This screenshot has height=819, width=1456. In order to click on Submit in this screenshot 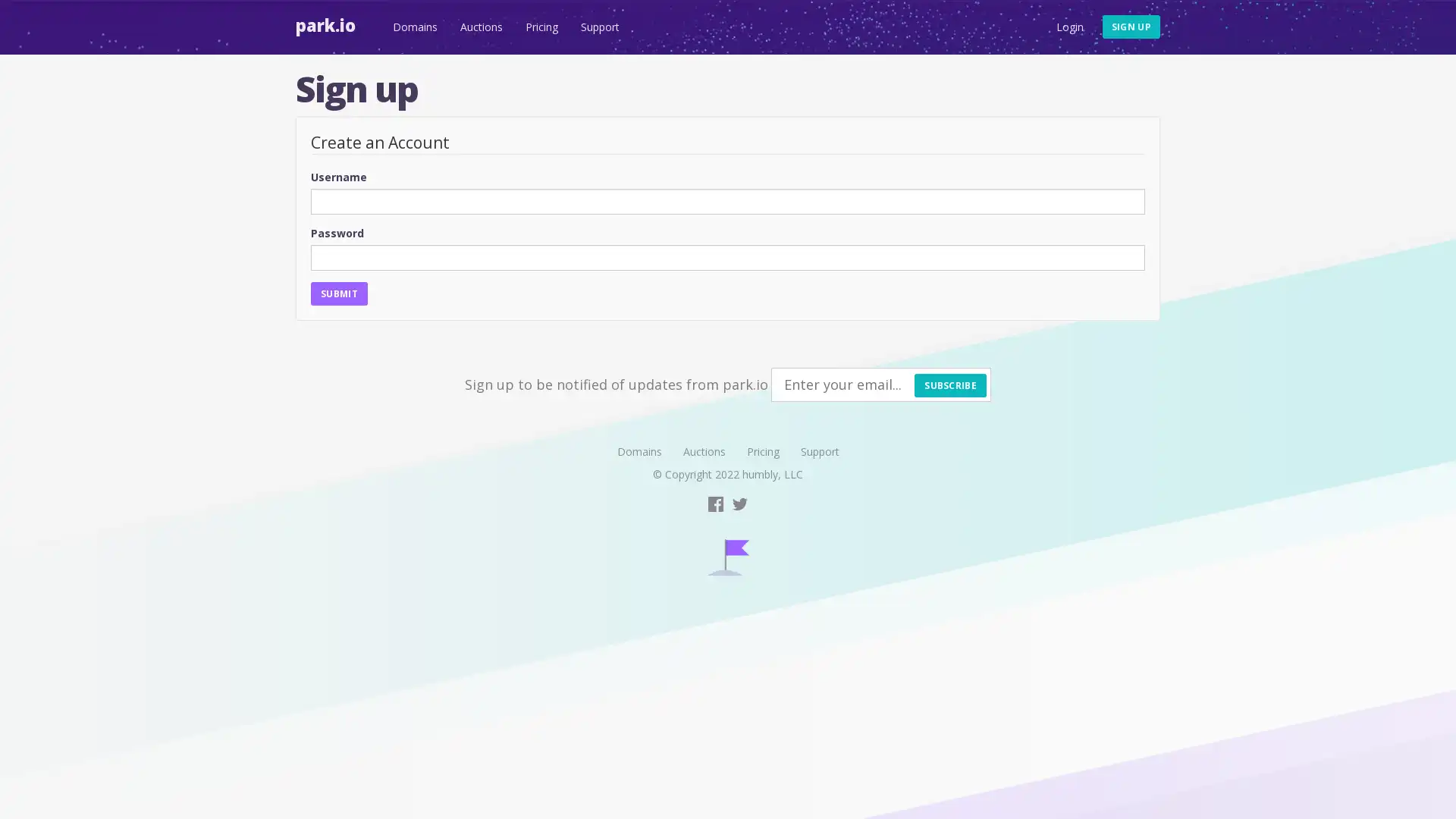, I will do `click(337, 293)`.